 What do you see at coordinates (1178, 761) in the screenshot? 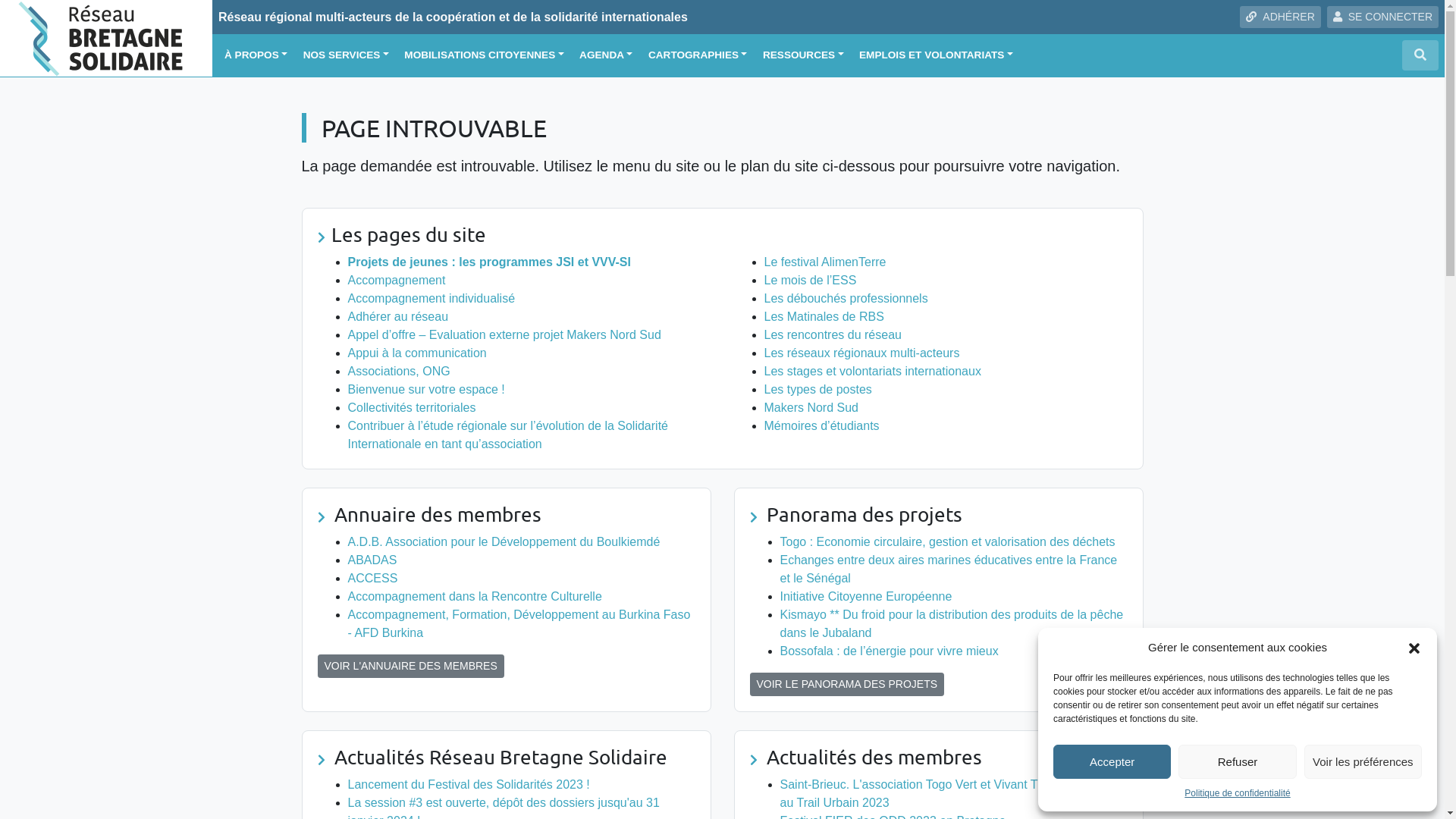
I see `'Refuser'` at bounding box center [1178, 761].